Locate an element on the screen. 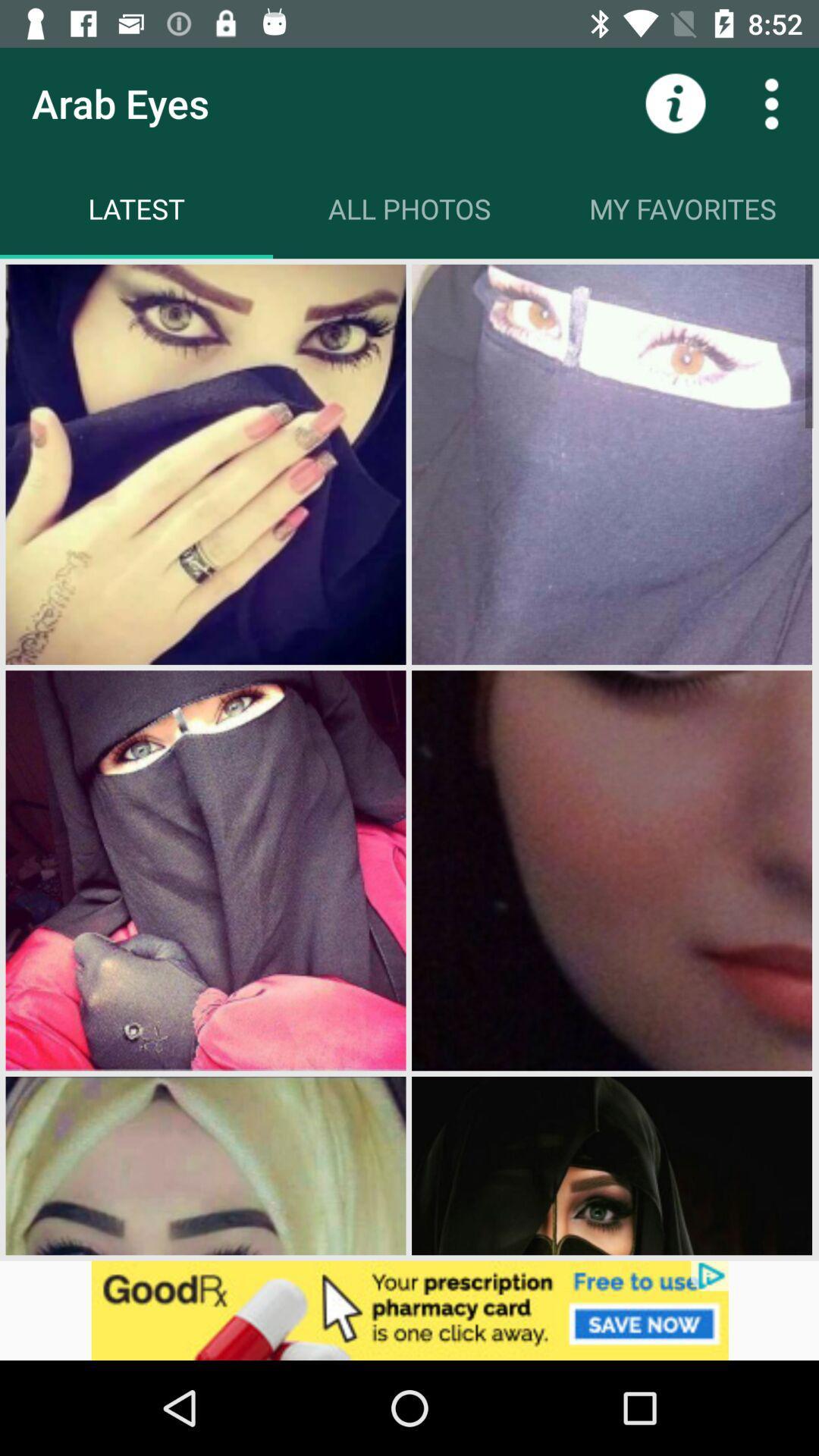 This screenshot has width=819, height=1456. advertising pop up banner is located at coordinates (409, 1310).